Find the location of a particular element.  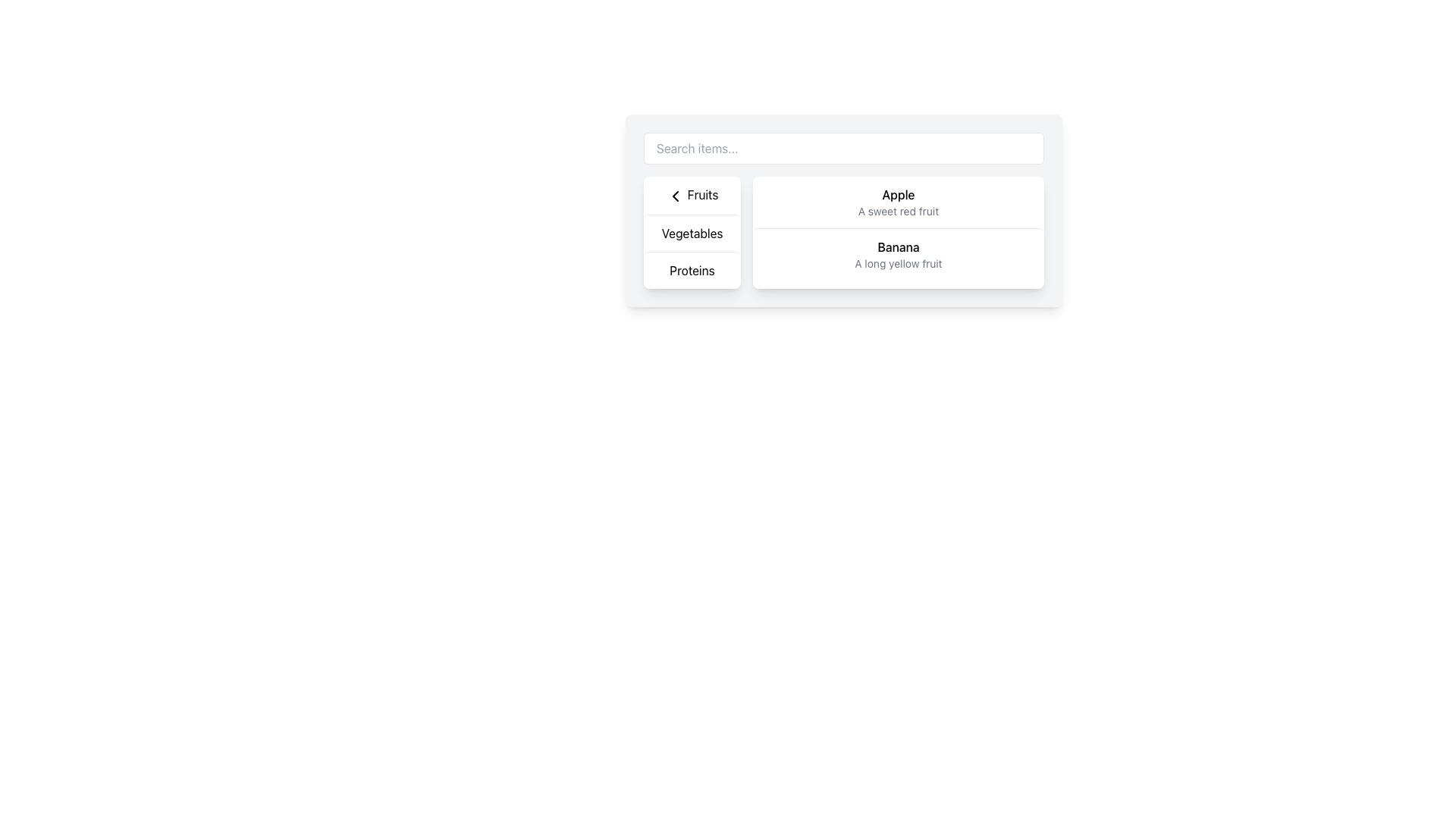

the 'Proteins' button, the last button in the vertical list of category buttons, to observe the visual hover effect is located at coordinates (691, 268).